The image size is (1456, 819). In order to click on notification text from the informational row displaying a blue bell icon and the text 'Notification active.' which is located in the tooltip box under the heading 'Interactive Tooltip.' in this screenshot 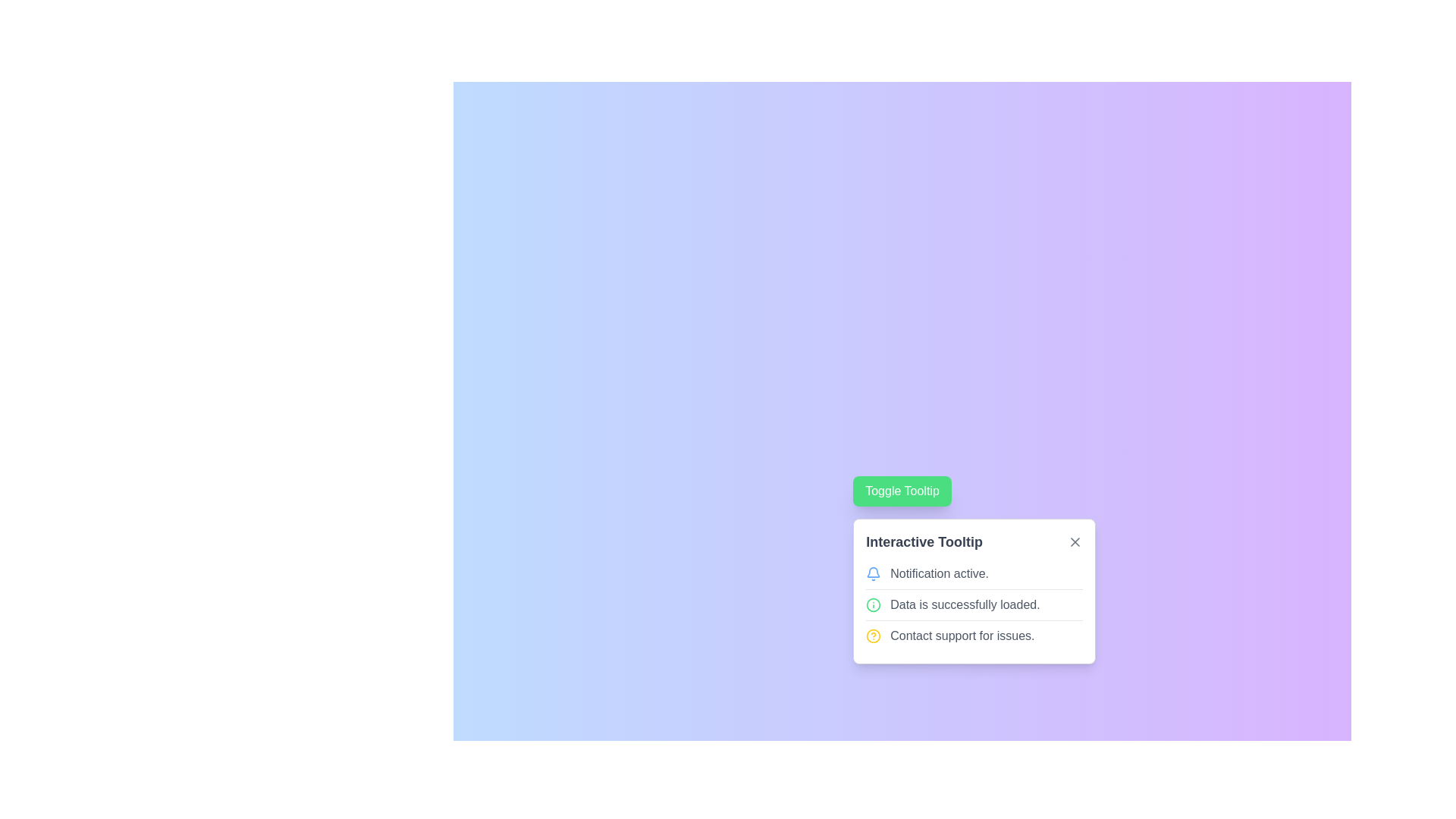, I will do `click(974, 573)`.